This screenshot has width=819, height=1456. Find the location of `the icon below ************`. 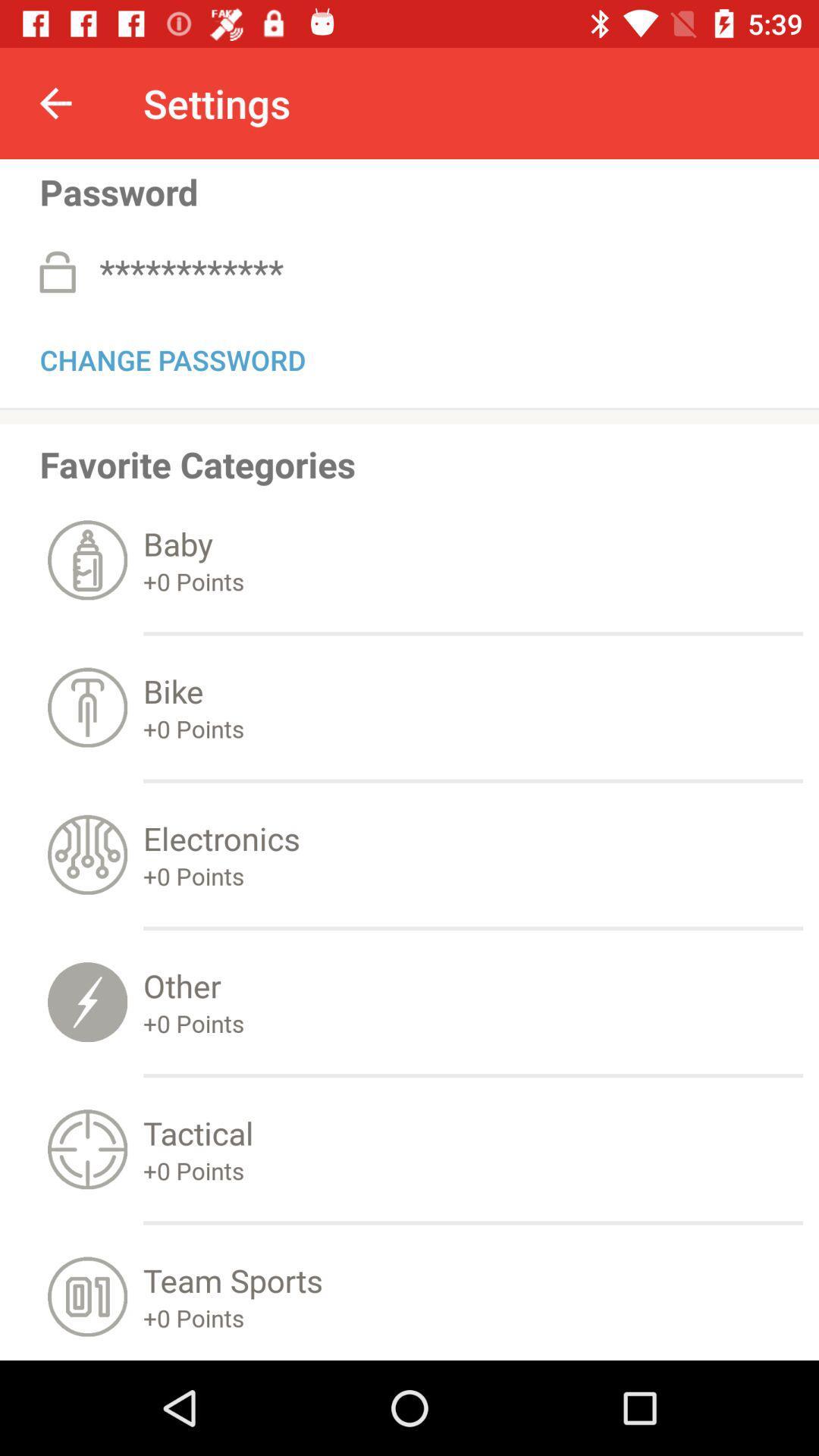

the icon below ************ is located at coordinates (171, 356).